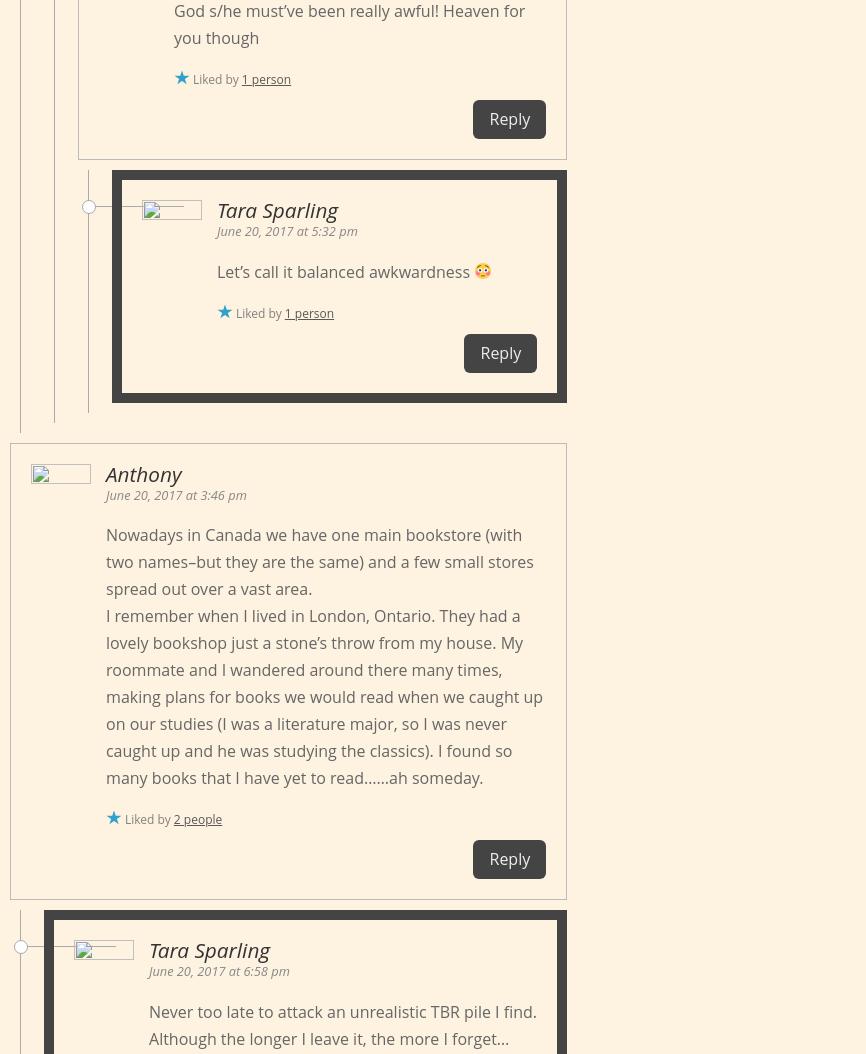 Image resolution: width=866 pixels, height=1054 pixels. I want to click on 'I remember when I lived in London, Ontario.  They had a lovely bookshop just a stone’s throw from my house.  My roommate and I wandered around there many times, making plans for books we would read when we caught up on our studies (I was a literature major, so I was never caught up and he was studying the classics).  I found so many books that I have yet to read……ah someday.', so click(323, 696).